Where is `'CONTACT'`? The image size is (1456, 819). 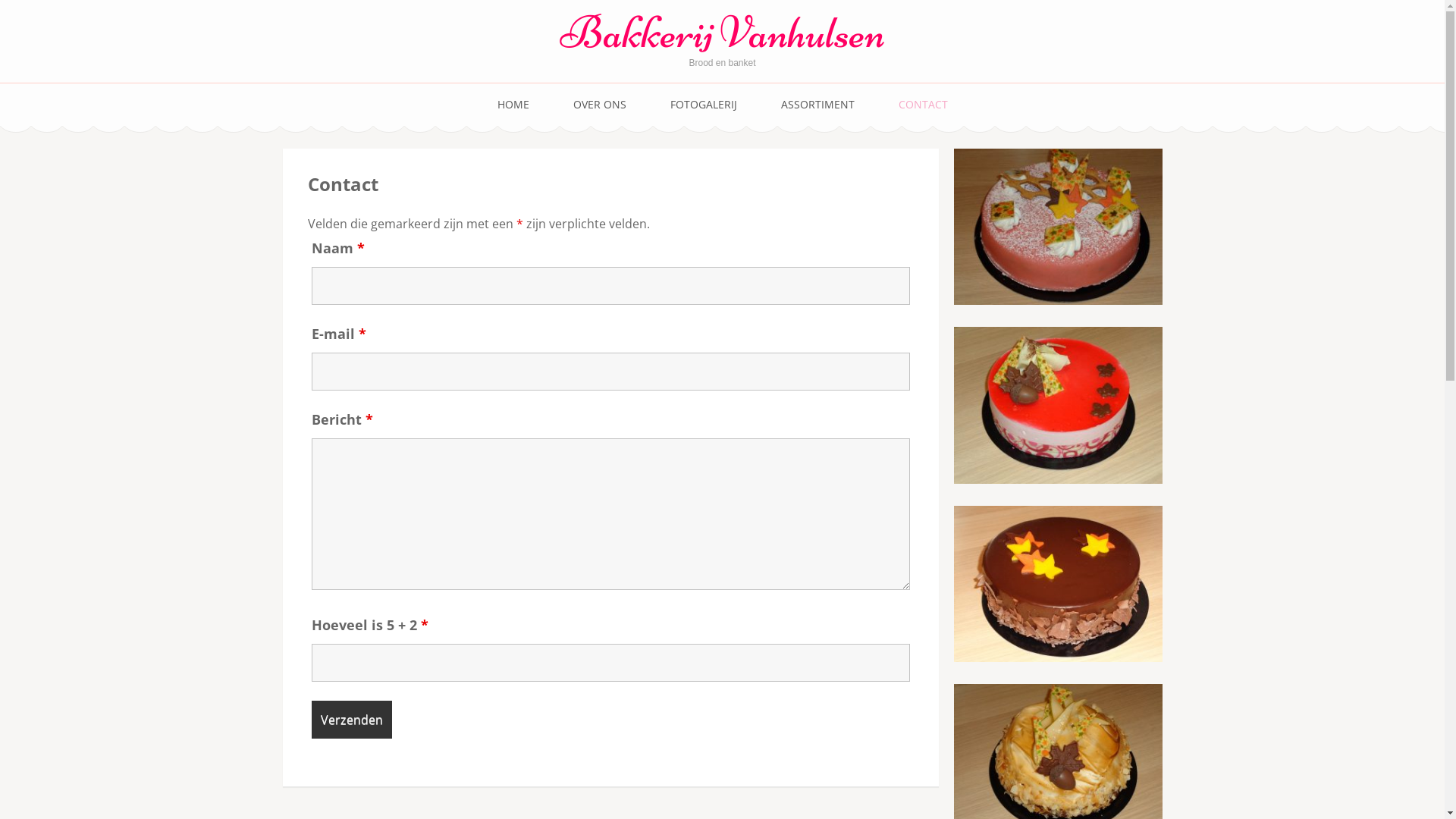
'CONTACT' is located at coordinates (921, 104).